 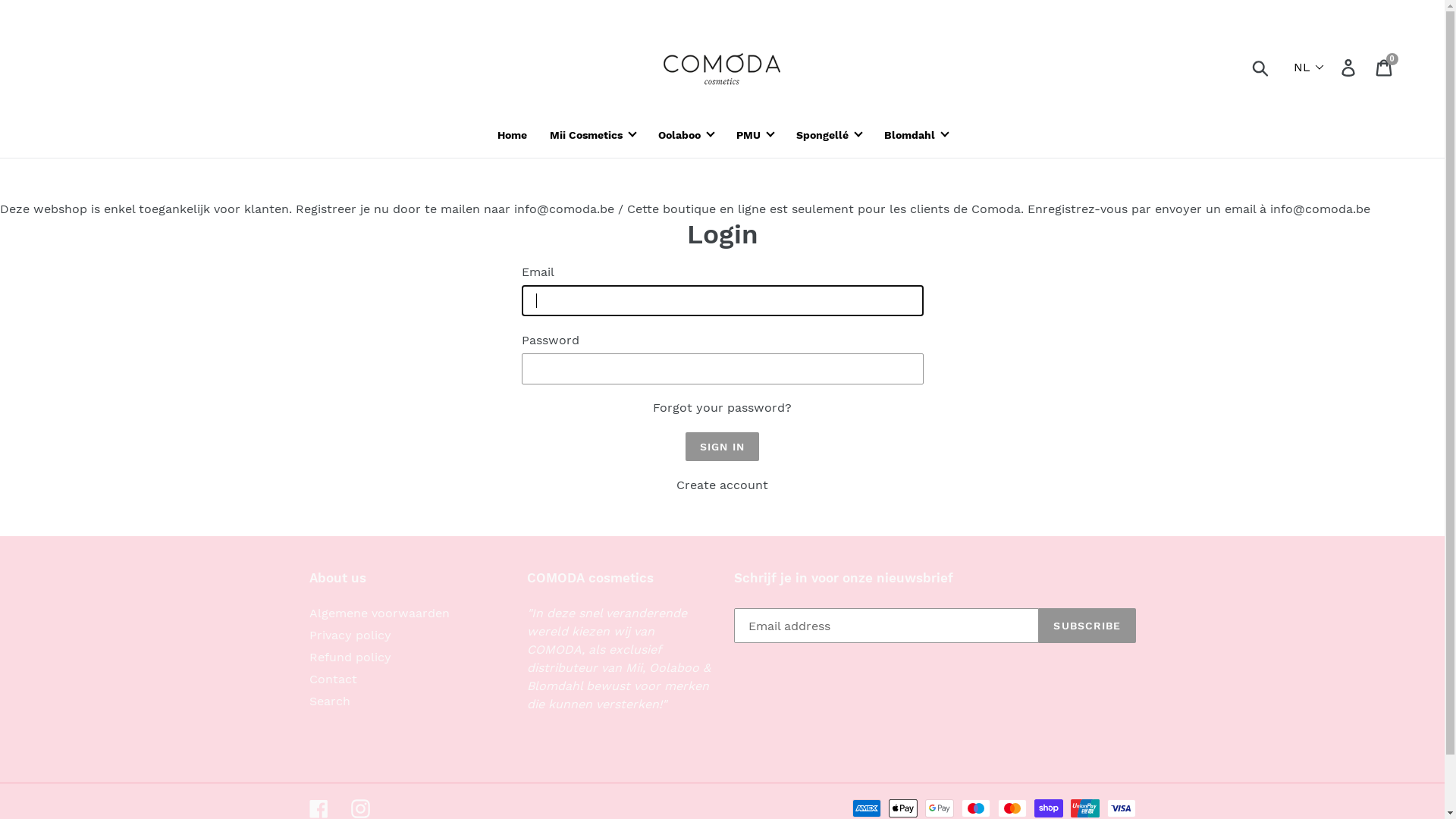 I want to click on 'Create account', so click(x=721, y=485).